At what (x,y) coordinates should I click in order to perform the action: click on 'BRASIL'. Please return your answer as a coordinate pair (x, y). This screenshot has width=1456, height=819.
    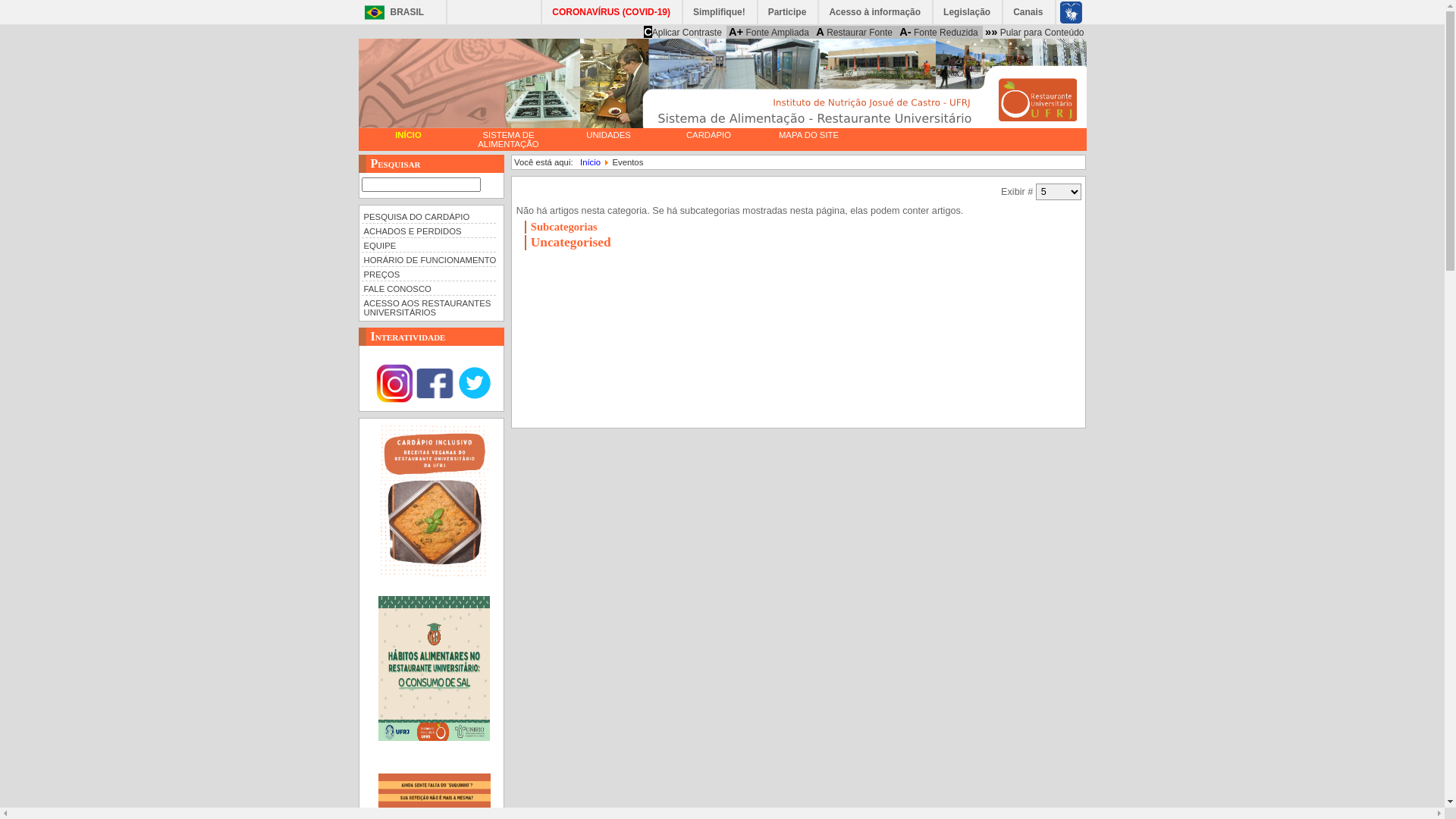
    Looking at the image, I should click on (390, 12).